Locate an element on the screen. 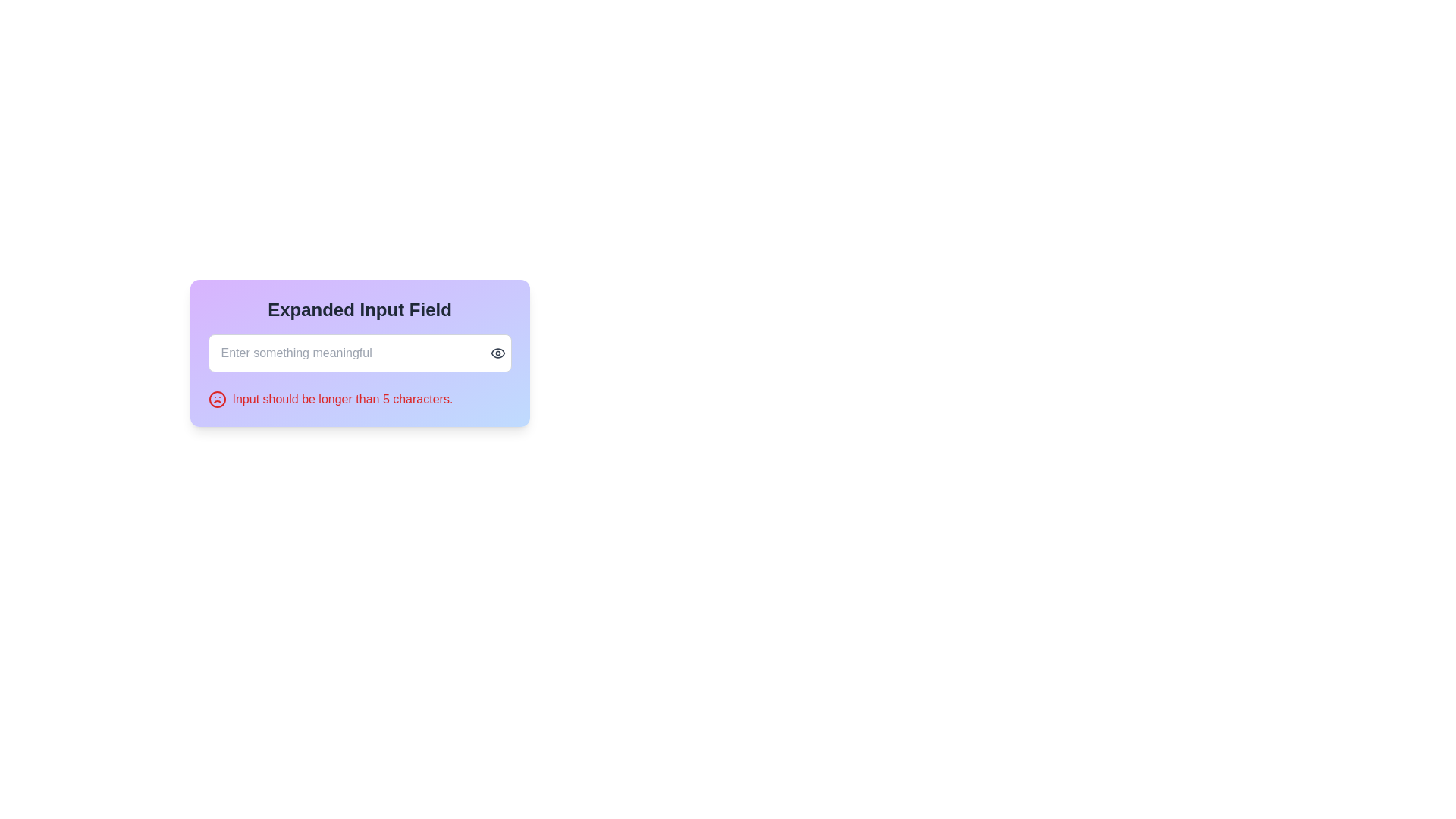 The width and height of the screenshot is (1456, 819). the informative text element that provides validation feedback regarding the minimum character requirement for the input field above is located at coordinates (359, 399).